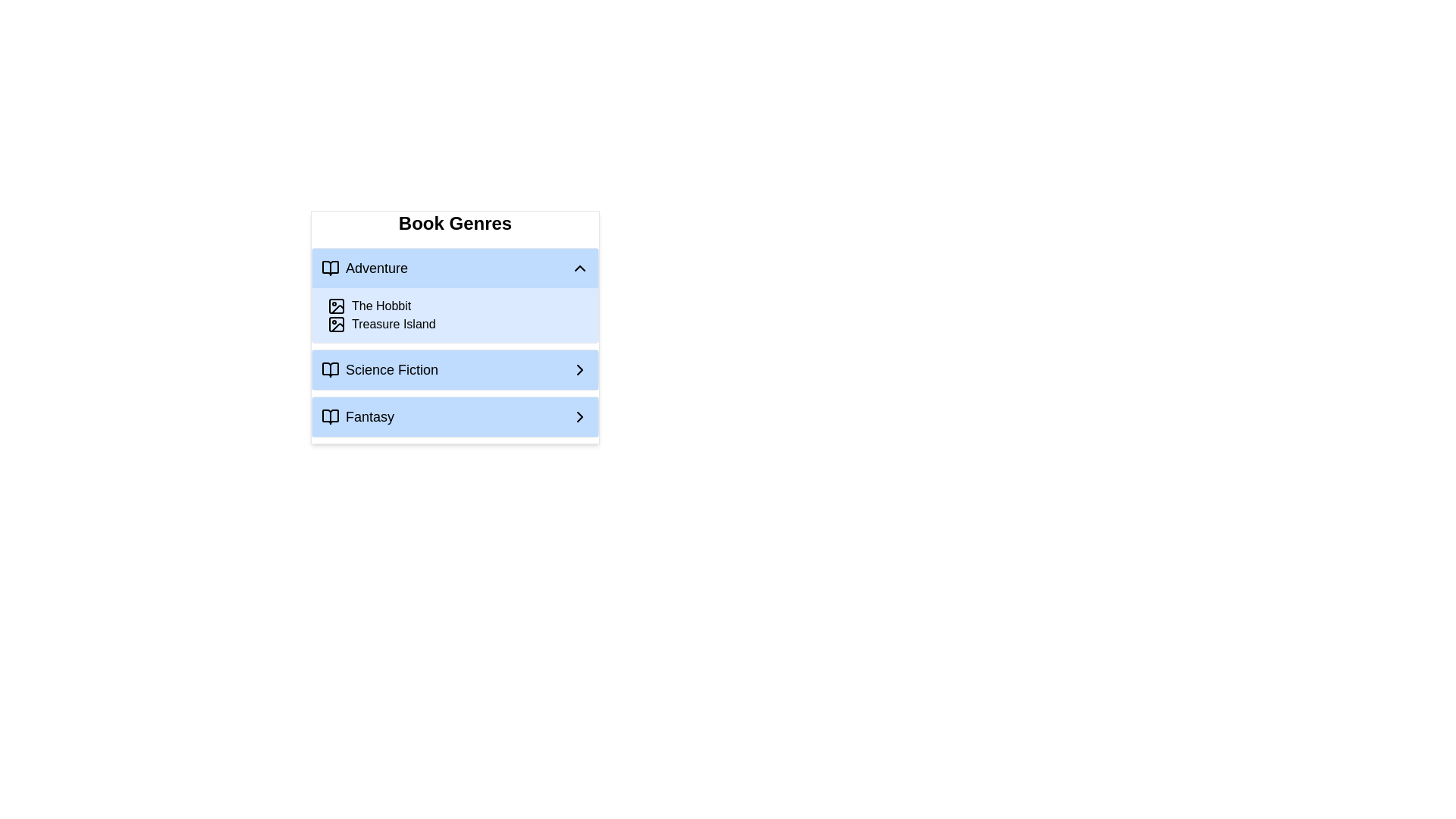 This screenshot has height=819, width=1456. I want to click on the open book icon located to the left of the 'Science Fiction' text within the book genres menu, so click(330, 370).